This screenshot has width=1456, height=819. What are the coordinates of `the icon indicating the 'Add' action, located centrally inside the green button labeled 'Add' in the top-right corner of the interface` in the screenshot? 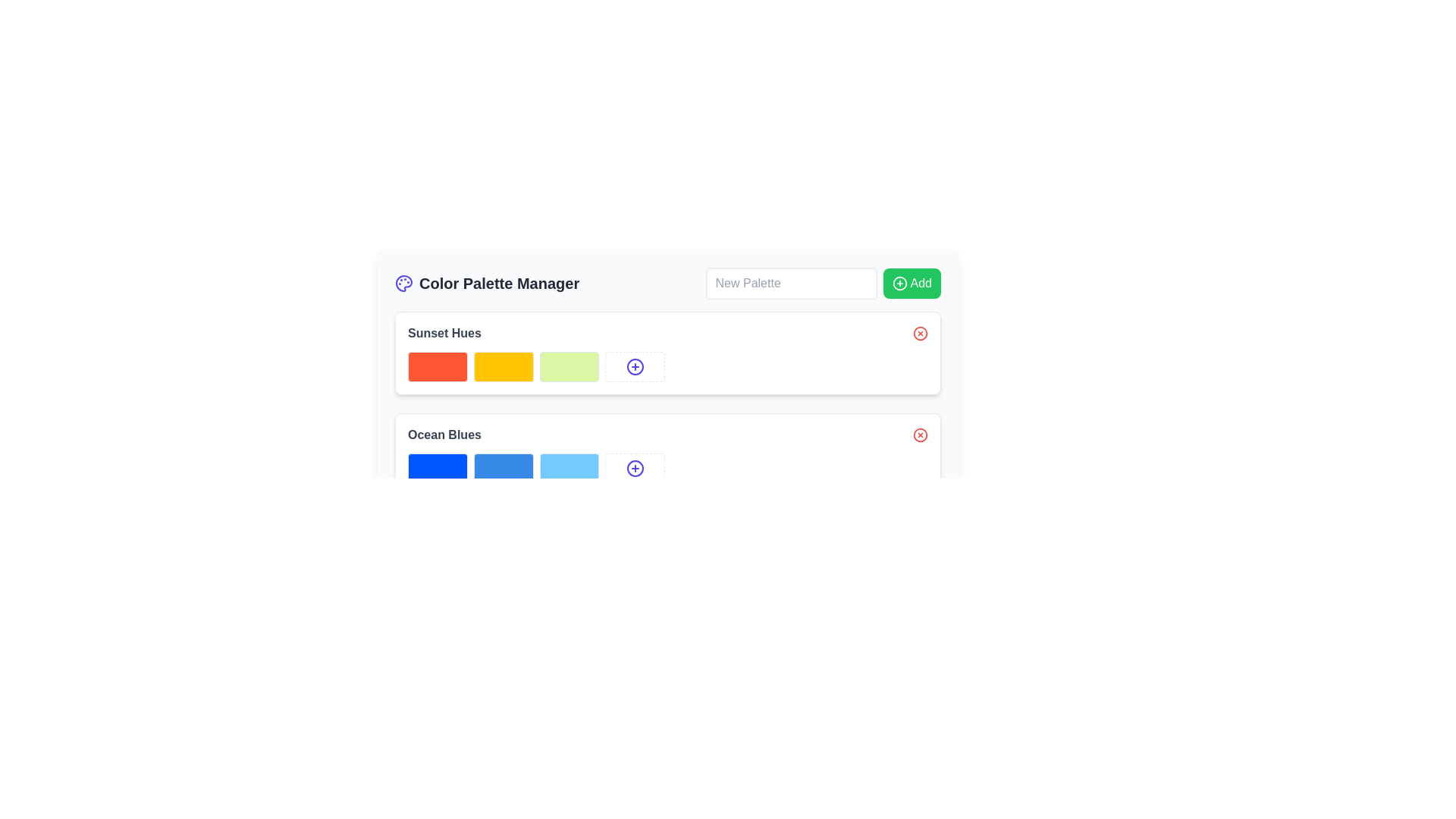 It's located at (899, 284).